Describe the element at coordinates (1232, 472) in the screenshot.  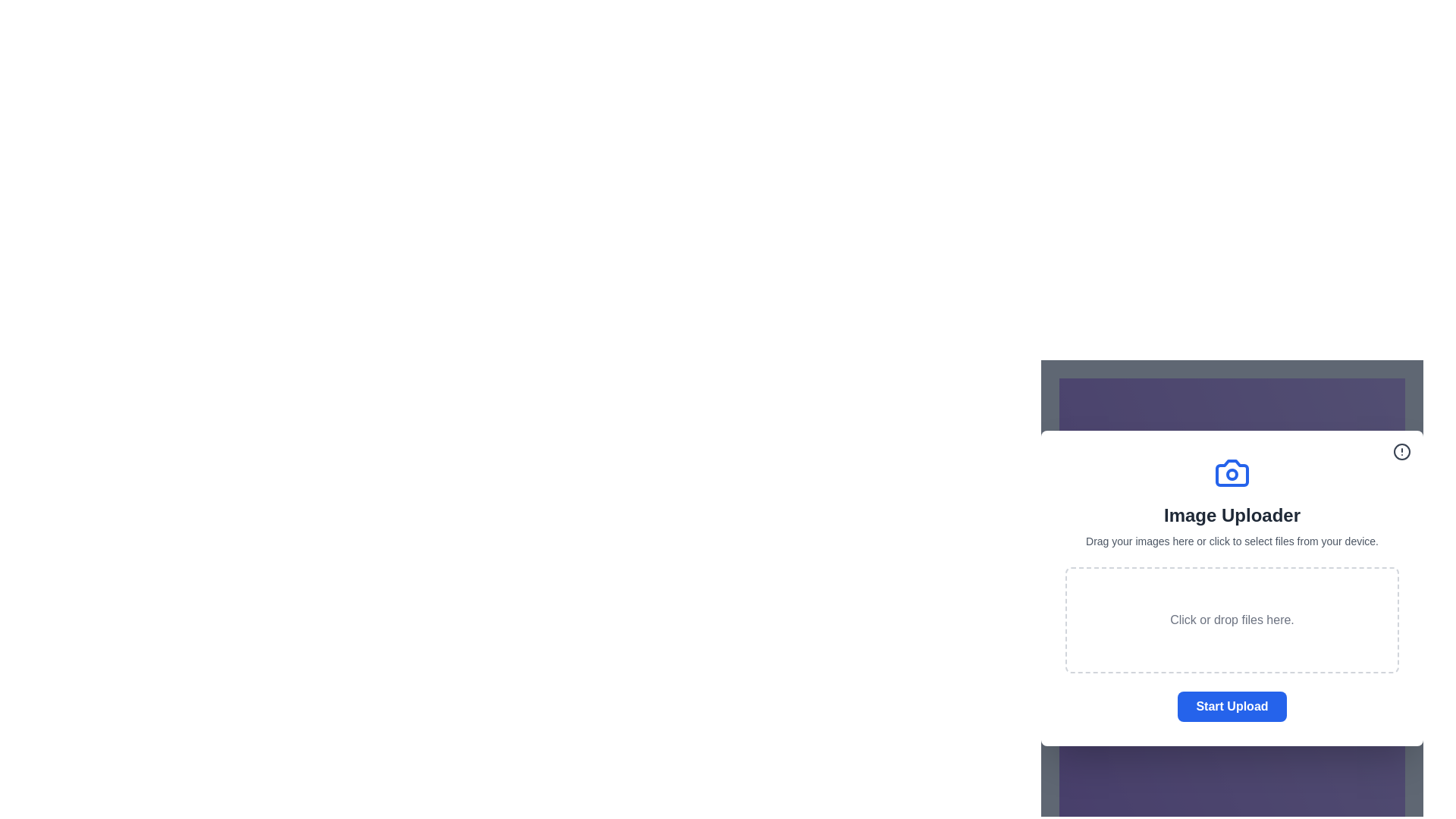
I see `the camera icon with a blue stroke color, located at the top center of the modal above the title 'Image Uploader'` at that location.